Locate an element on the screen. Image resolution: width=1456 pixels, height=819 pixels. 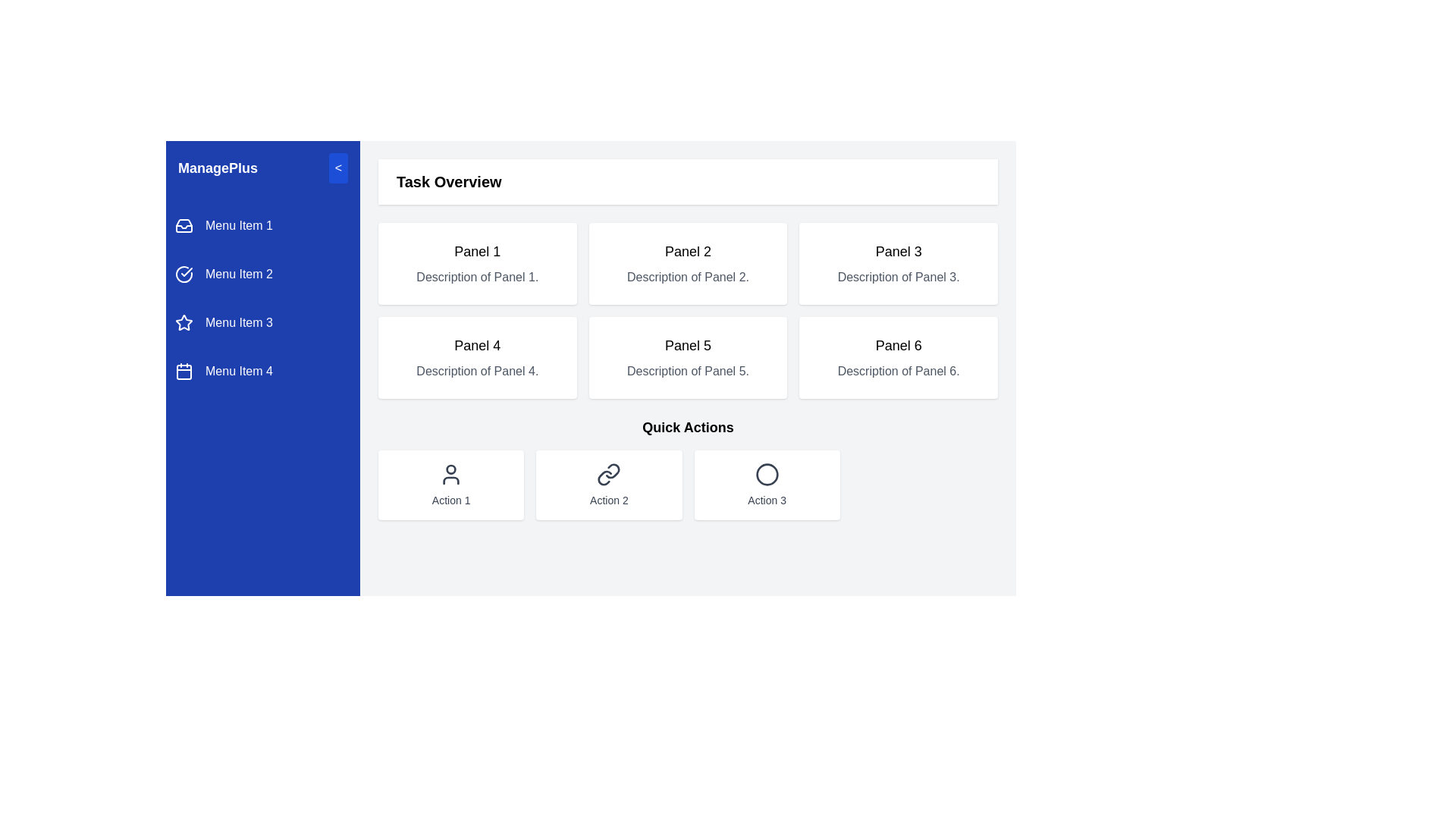
the descriptive text label that provides information about 'Panel 5', located in the middle column of the second row of the grid layout is located at coordinates (687, 371).